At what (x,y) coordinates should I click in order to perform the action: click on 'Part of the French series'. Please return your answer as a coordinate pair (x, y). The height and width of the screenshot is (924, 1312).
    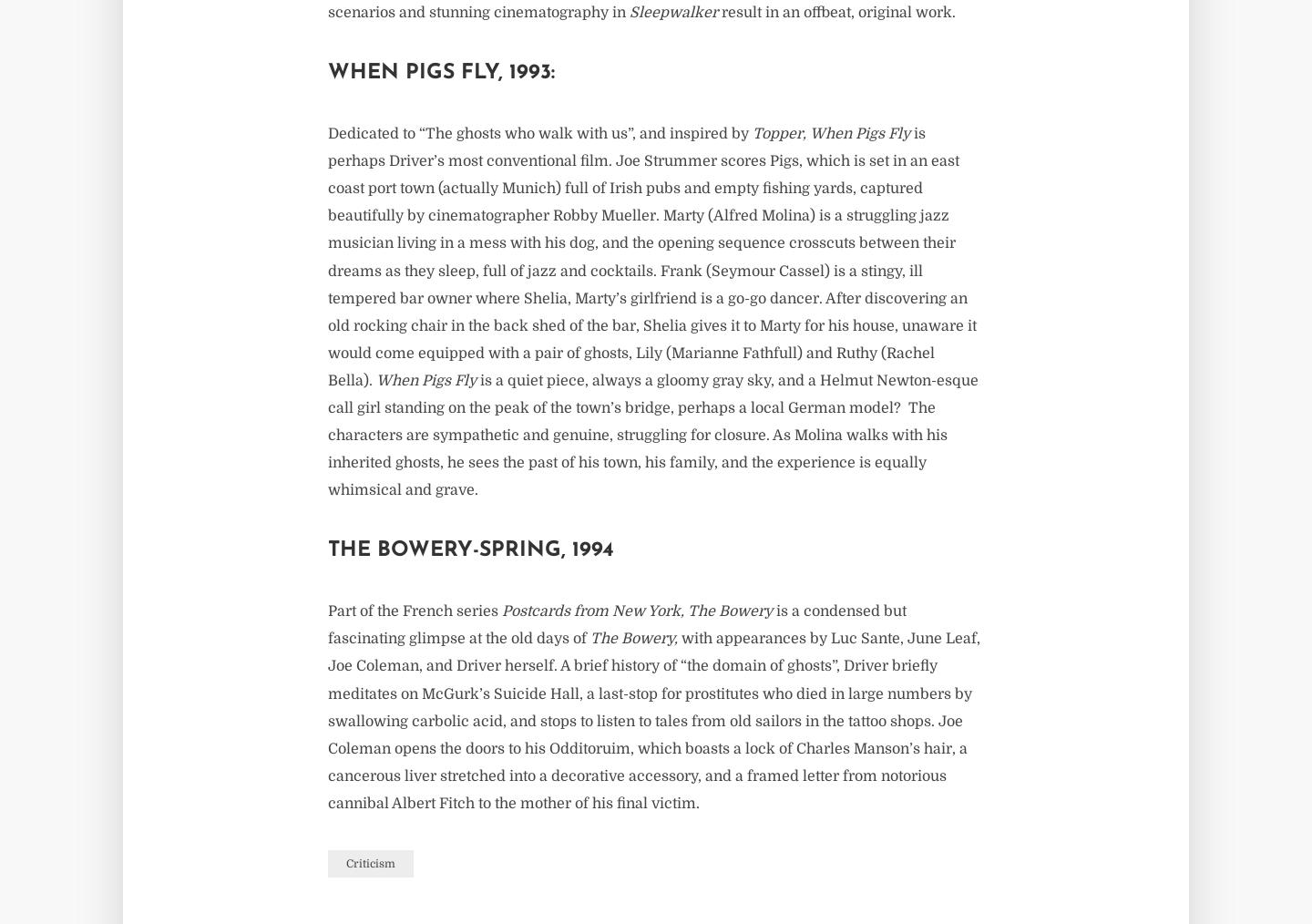
    Looking at the image, I should click on (415, 611).